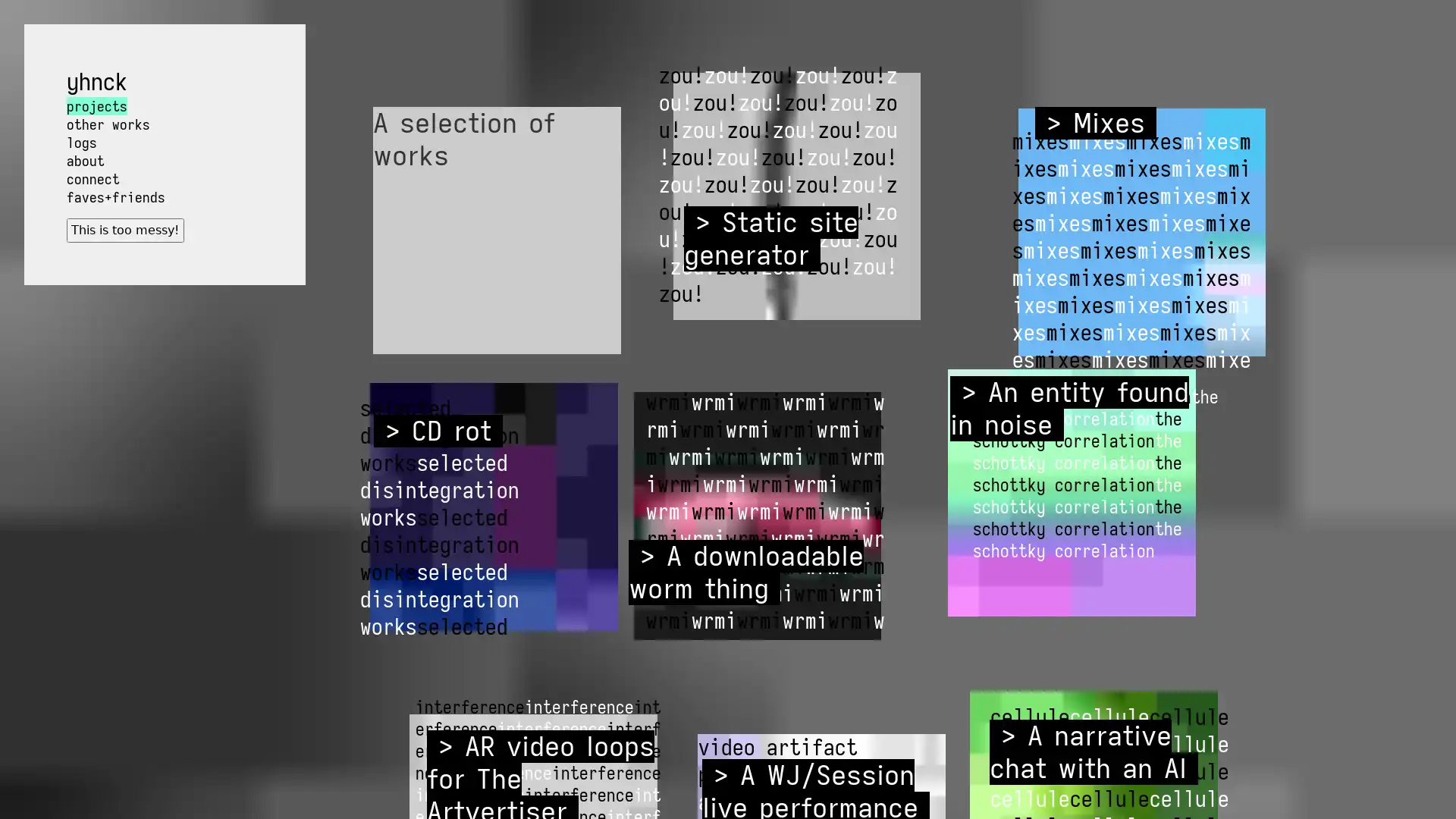 The image size is (1456, 819). Describe the element at coordinates (124, 230) in the screenshot. I see `This is too messy!` at that location.